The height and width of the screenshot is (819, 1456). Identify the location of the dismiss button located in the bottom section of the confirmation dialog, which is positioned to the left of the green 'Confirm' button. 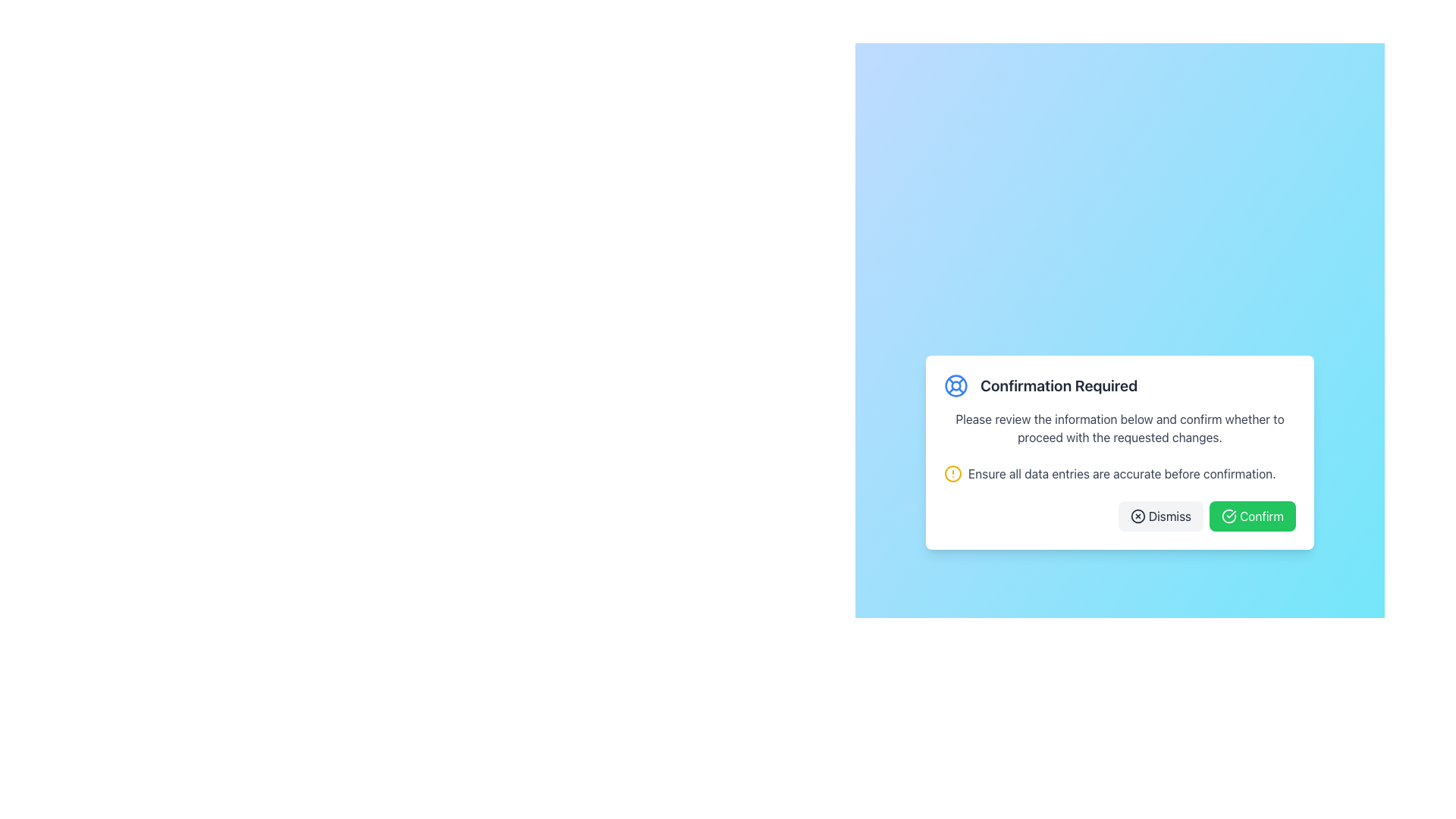
(1159, 516).